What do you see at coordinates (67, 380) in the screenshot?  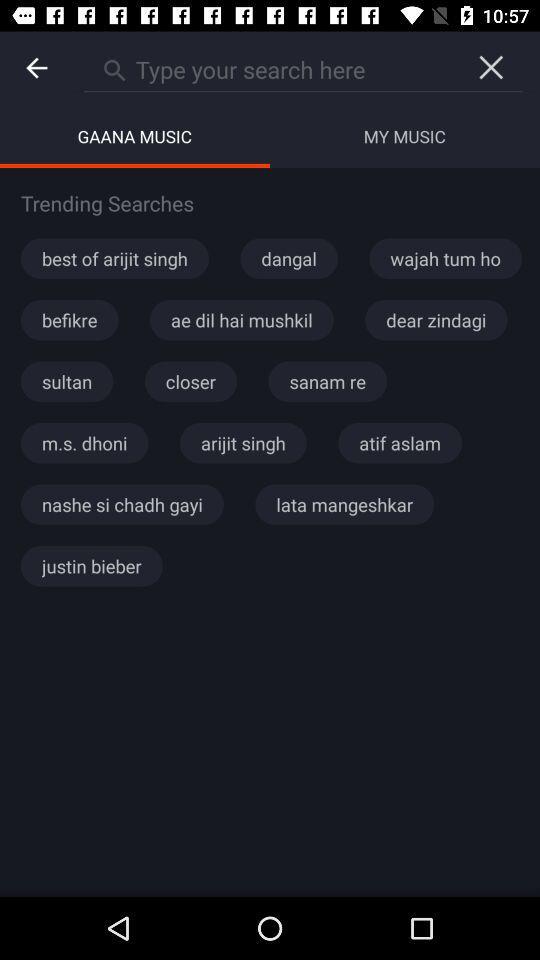 I see `sultan` at bounding box center [67, 380].